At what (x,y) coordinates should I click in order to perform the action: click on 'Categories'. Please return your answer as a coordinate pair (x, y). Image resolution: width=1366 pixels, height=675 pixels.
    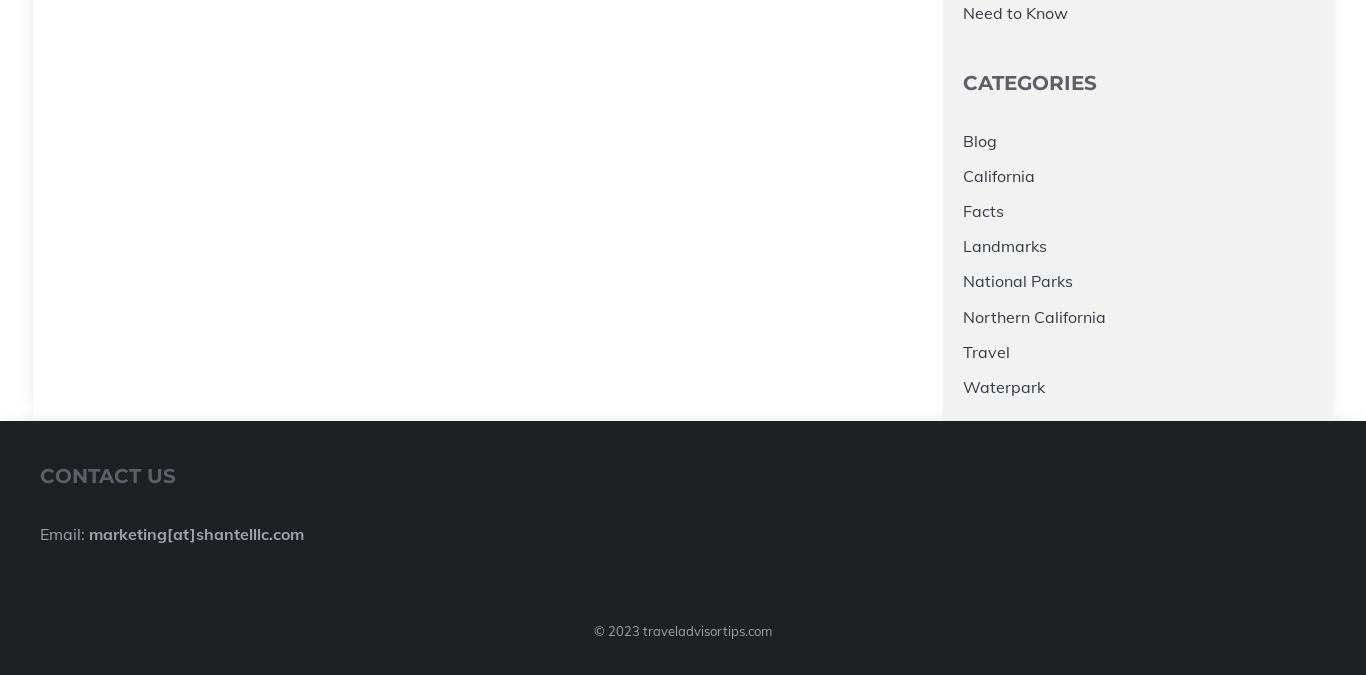
    Looking at the image, I should click on (963, 81).